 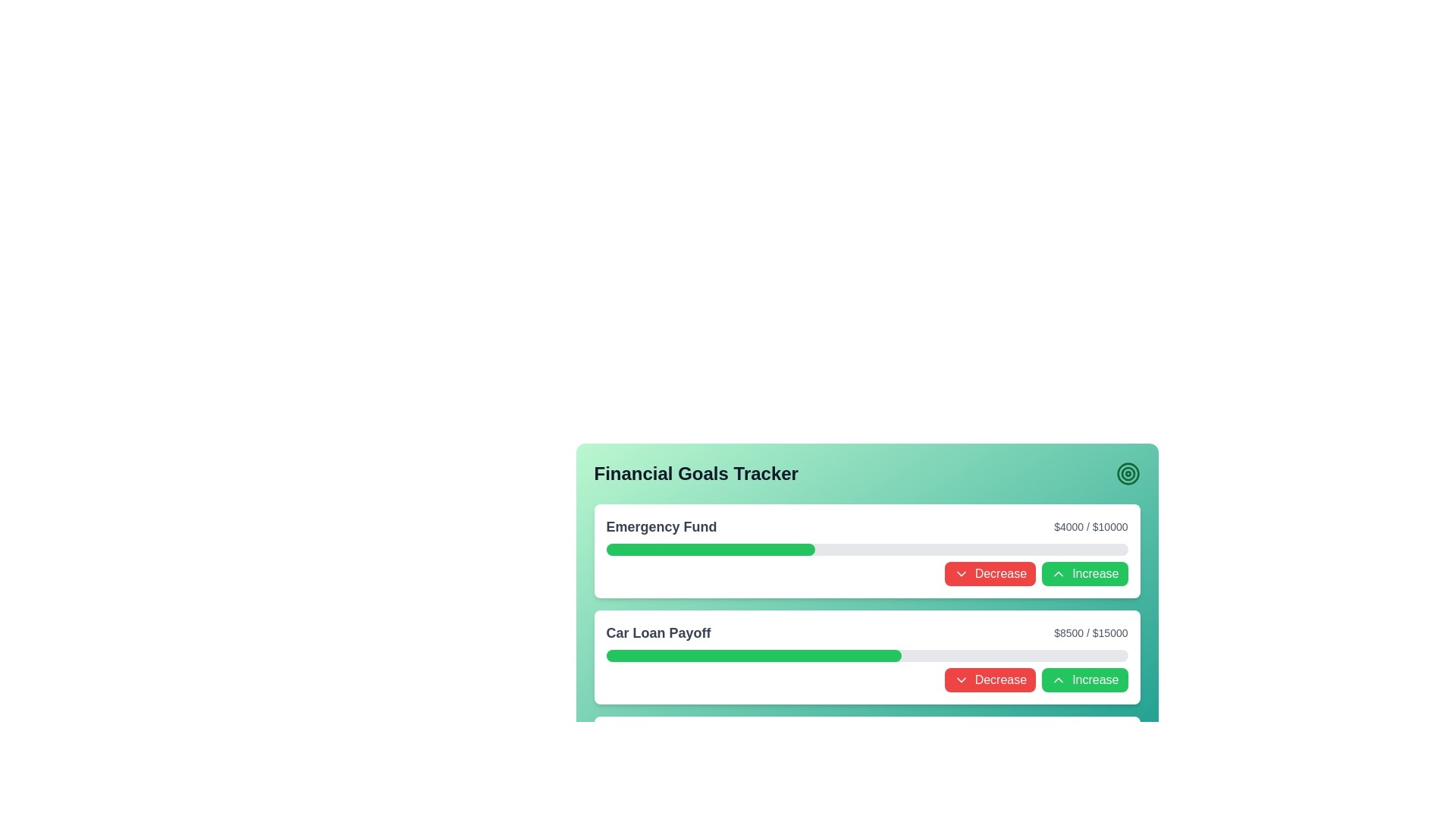 I want to click on the 'Decrease' button for the 'Emergency Fund', so click(x=990, y=573).